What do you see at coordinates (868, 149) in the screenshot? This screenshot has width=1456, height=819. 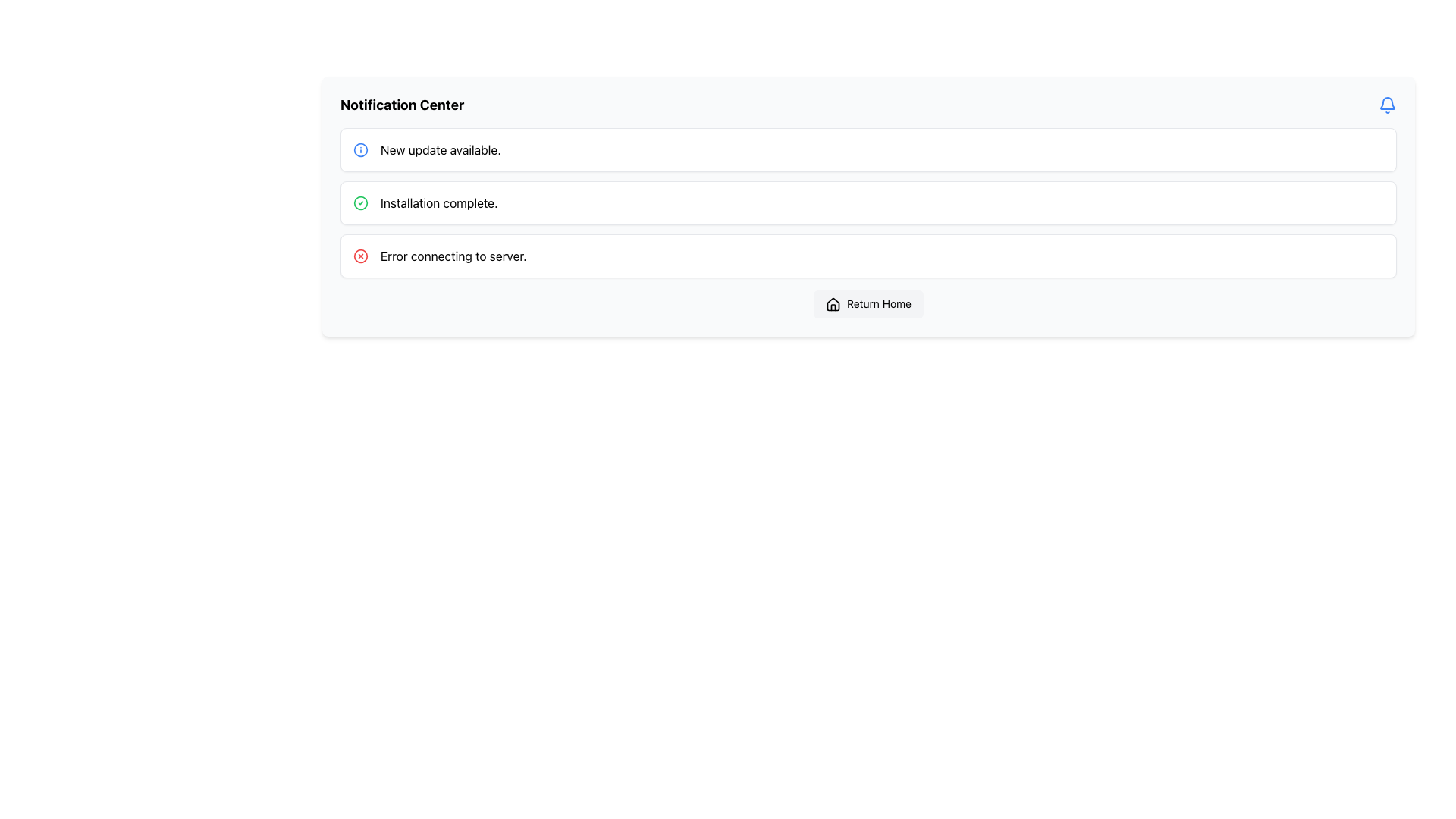 I see `the content of the first notification in the Notification Center, which displays 'New update available.'` at bounding box center [868, 149].